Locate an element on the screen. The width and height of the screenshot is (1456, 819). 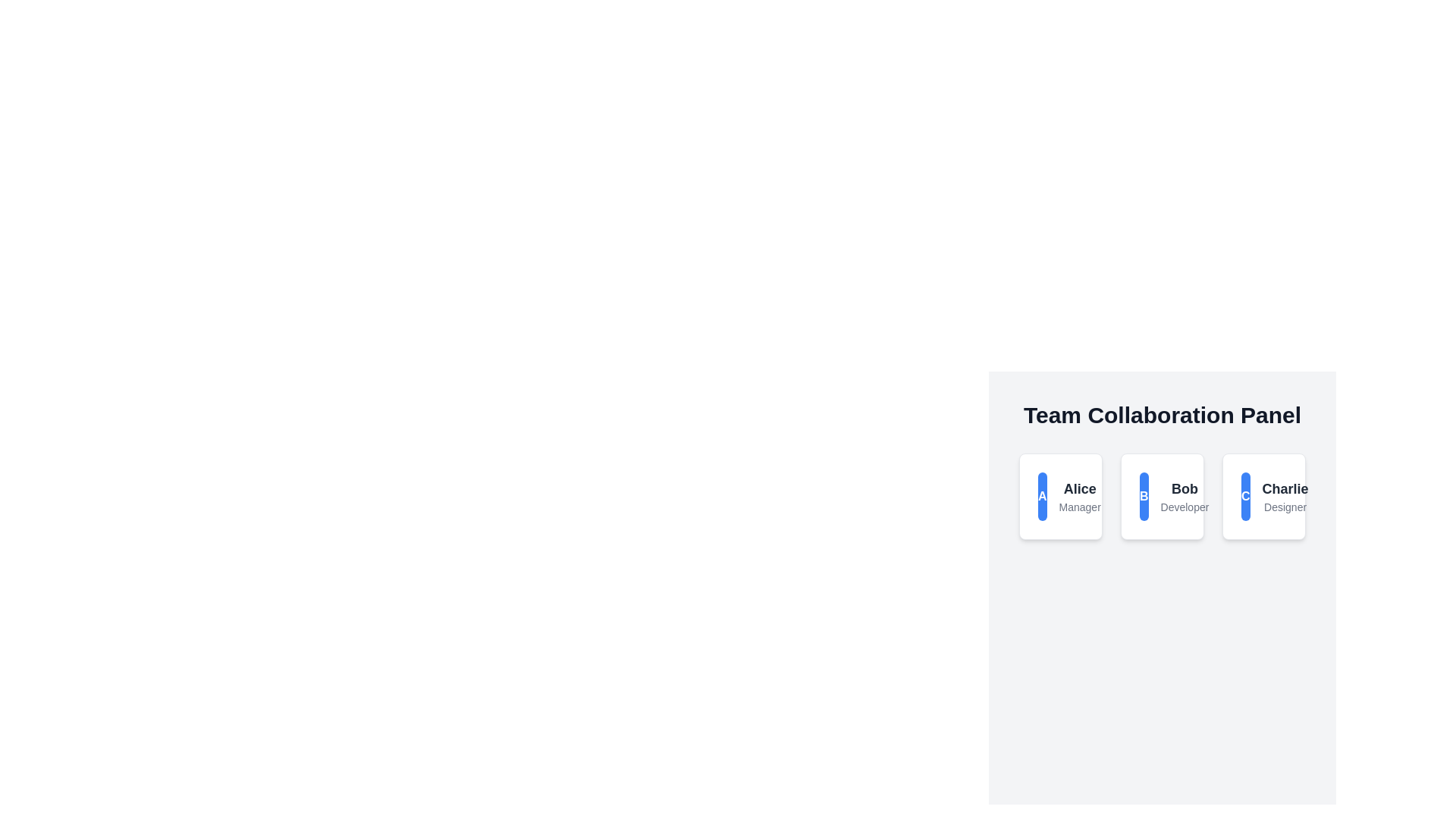
the Text display that contains the name 'Bob' in bold, large font and 'Developer' in a smaller, gray font is located at coordinates (1184, 497).